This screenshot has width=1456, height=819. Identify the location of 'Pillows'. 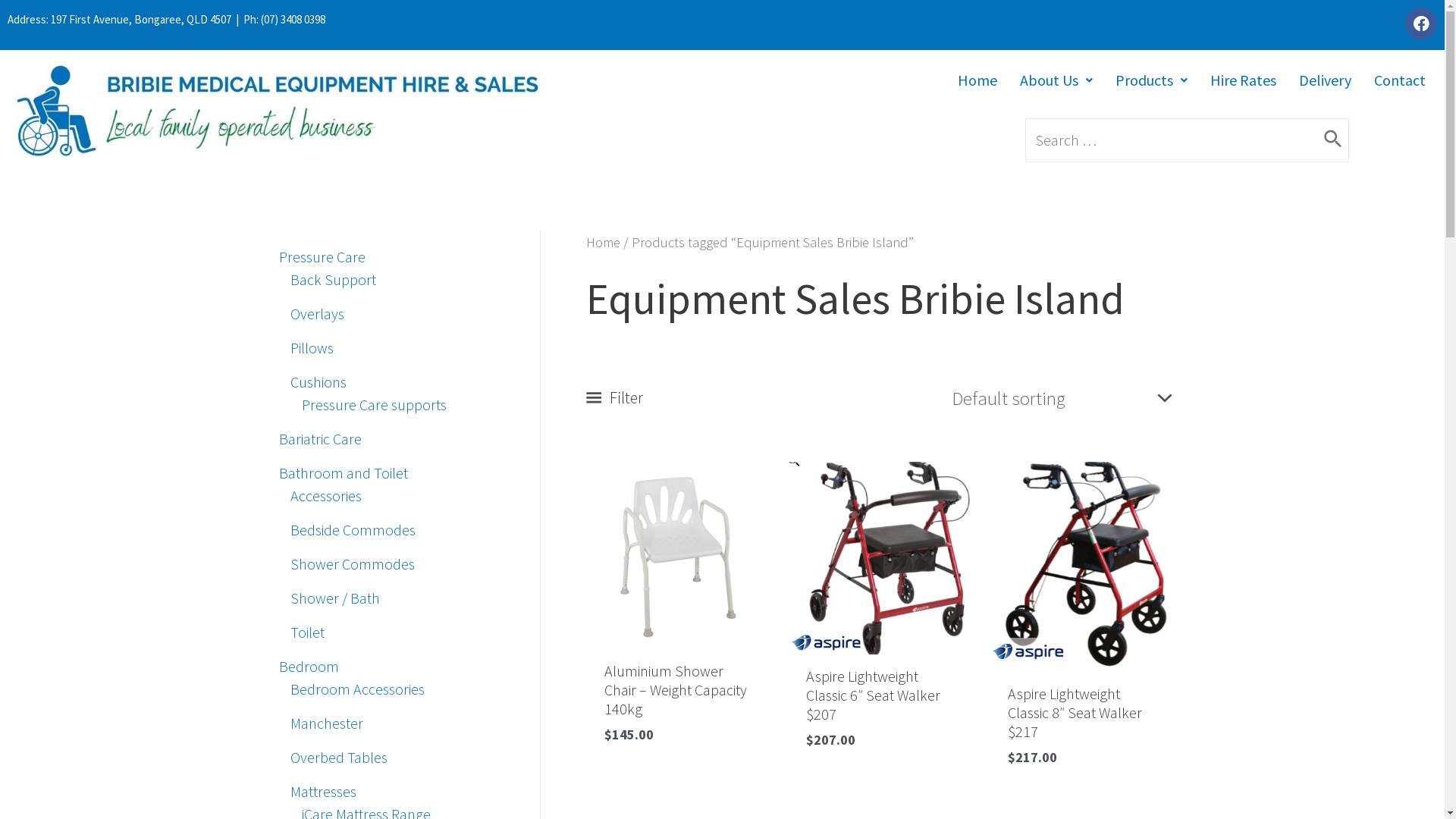
(310, 347).